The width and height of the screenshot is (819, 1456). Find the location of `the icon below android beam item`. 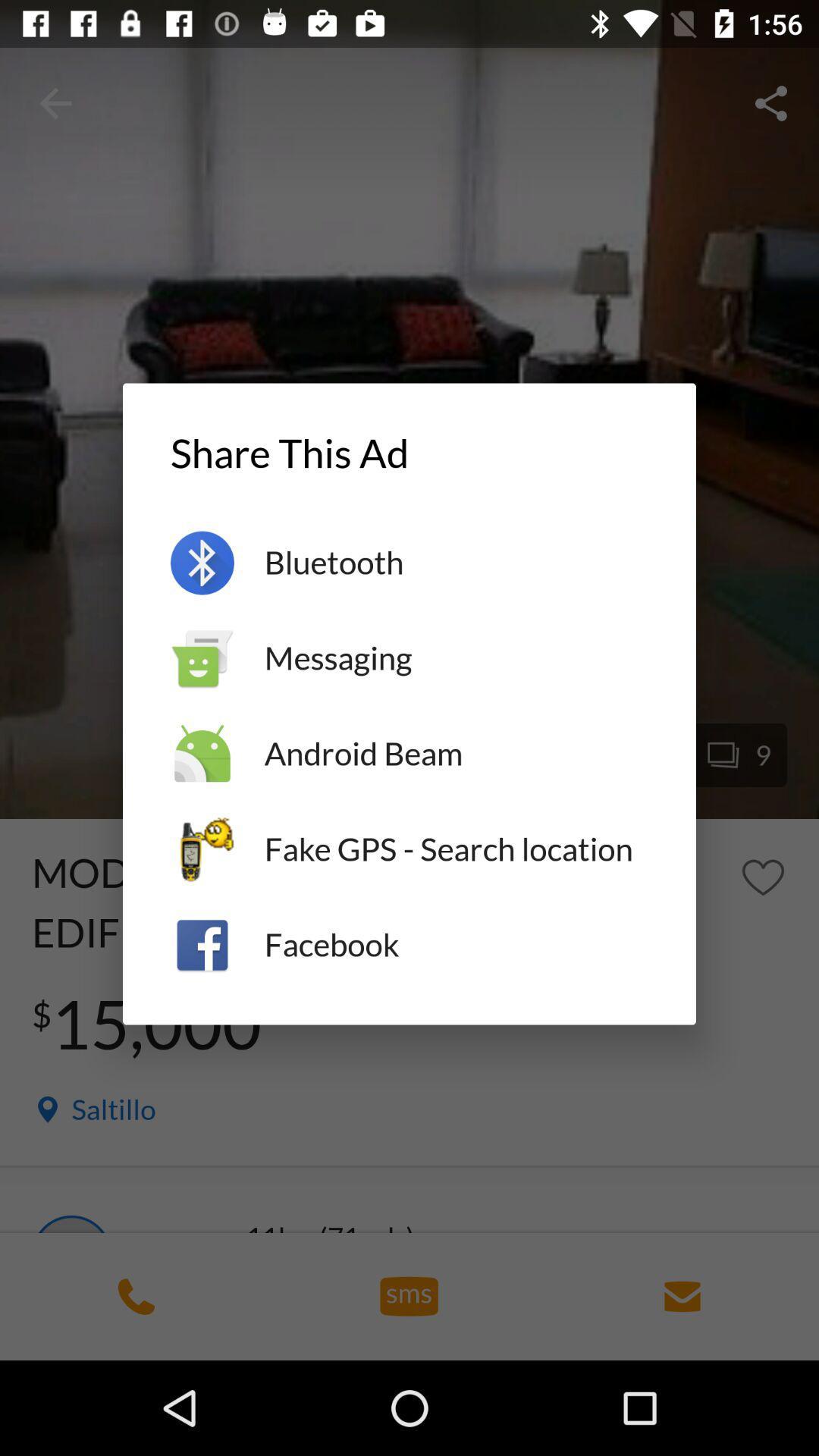

the icon below android beam item is located at coordinates (455, 849).